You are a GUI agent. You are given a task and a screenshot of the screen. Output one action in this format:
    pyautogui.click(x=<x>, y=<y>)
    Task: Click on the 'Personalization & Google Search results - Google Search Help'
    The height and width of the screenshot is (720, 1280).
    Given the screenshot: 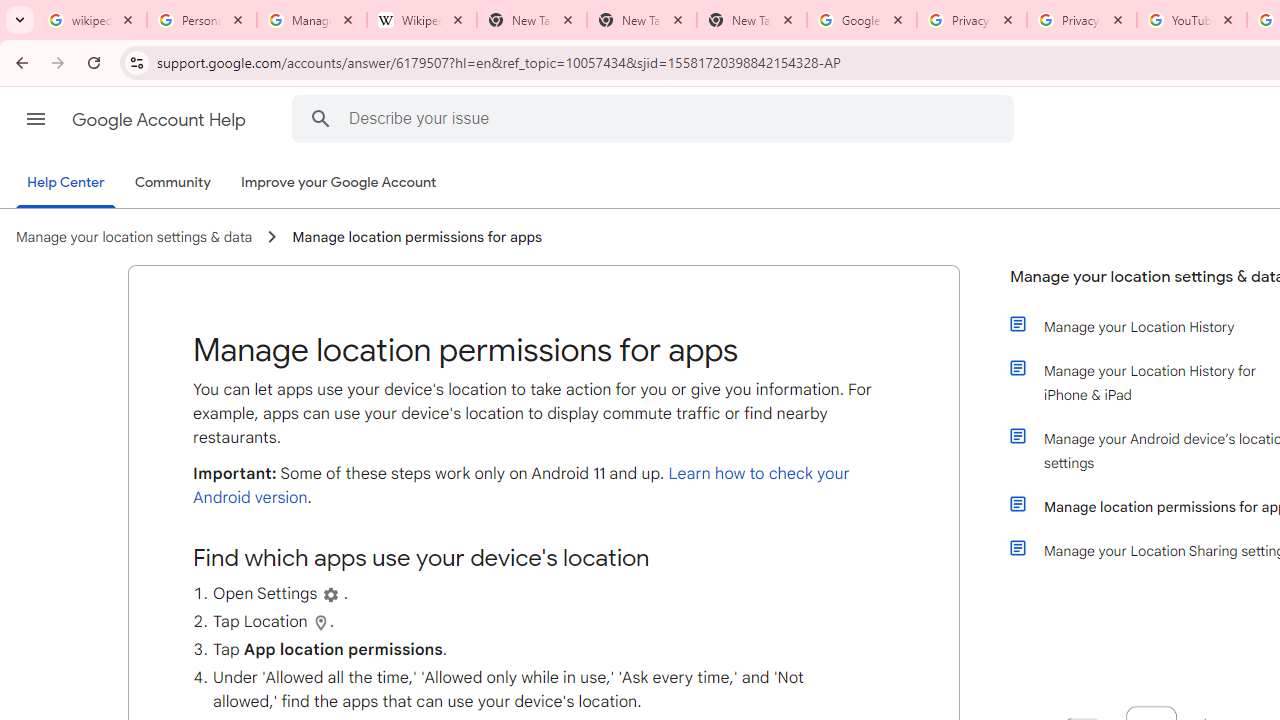 What is the action you would take?
    pyautogui.click(x=202, y=20)
    